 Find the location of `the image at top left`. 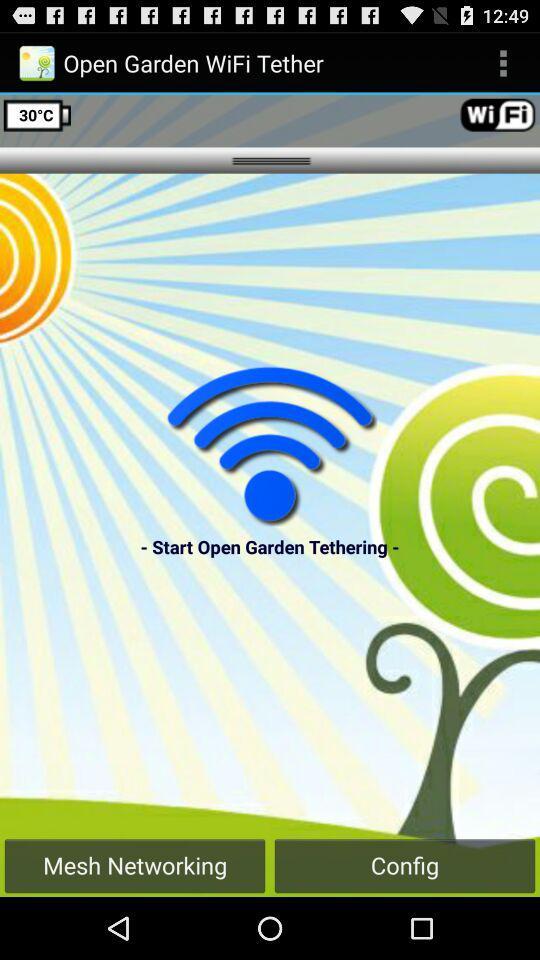

the image at top left is located at coordinates (36, 62).